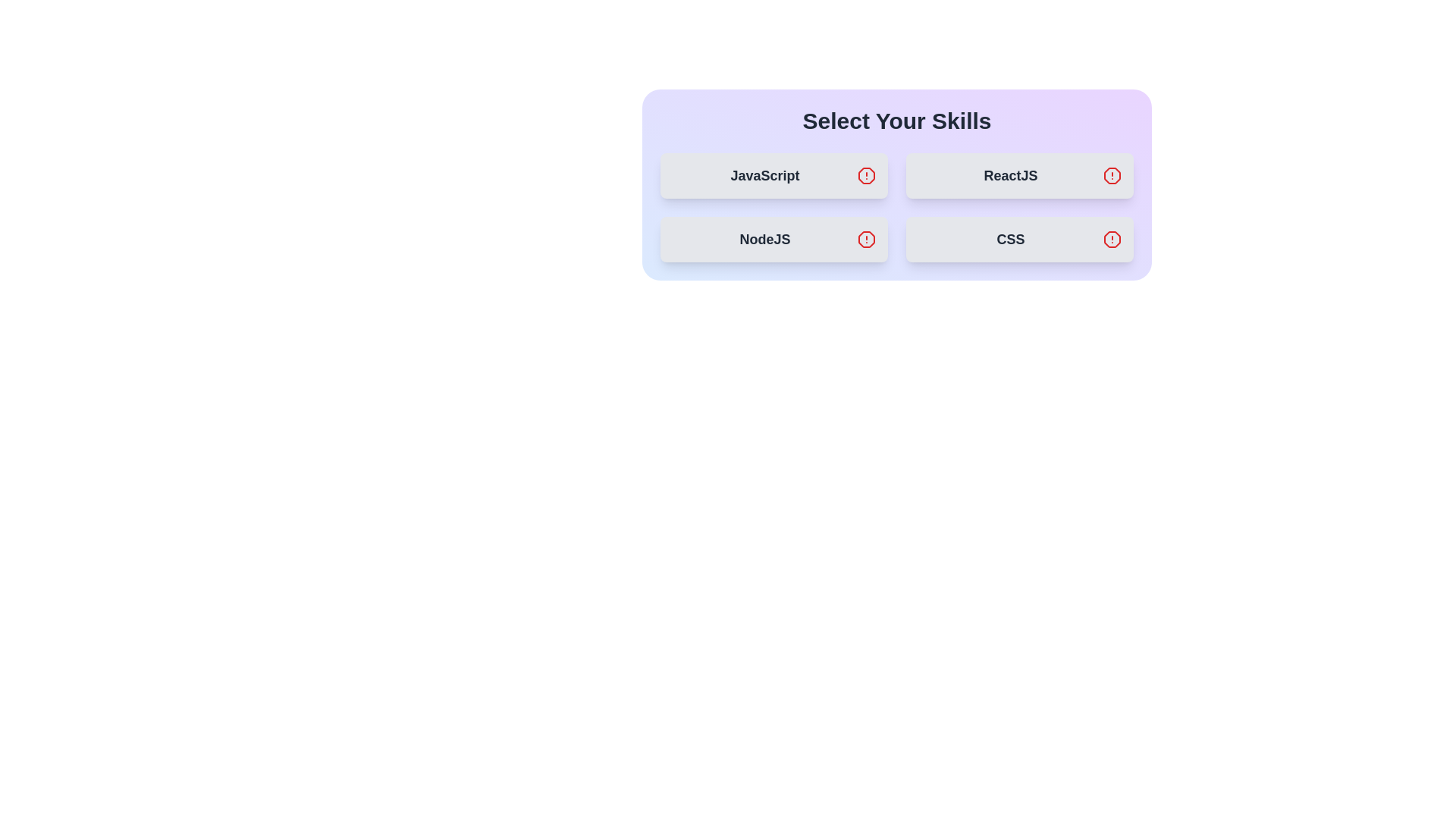 The height and width of the screenshot is (819, 1456). What do you see at coordinates (774, 174) in the screenshot?
I see `the skill item JavaScript` at bounding box center [774, 174].